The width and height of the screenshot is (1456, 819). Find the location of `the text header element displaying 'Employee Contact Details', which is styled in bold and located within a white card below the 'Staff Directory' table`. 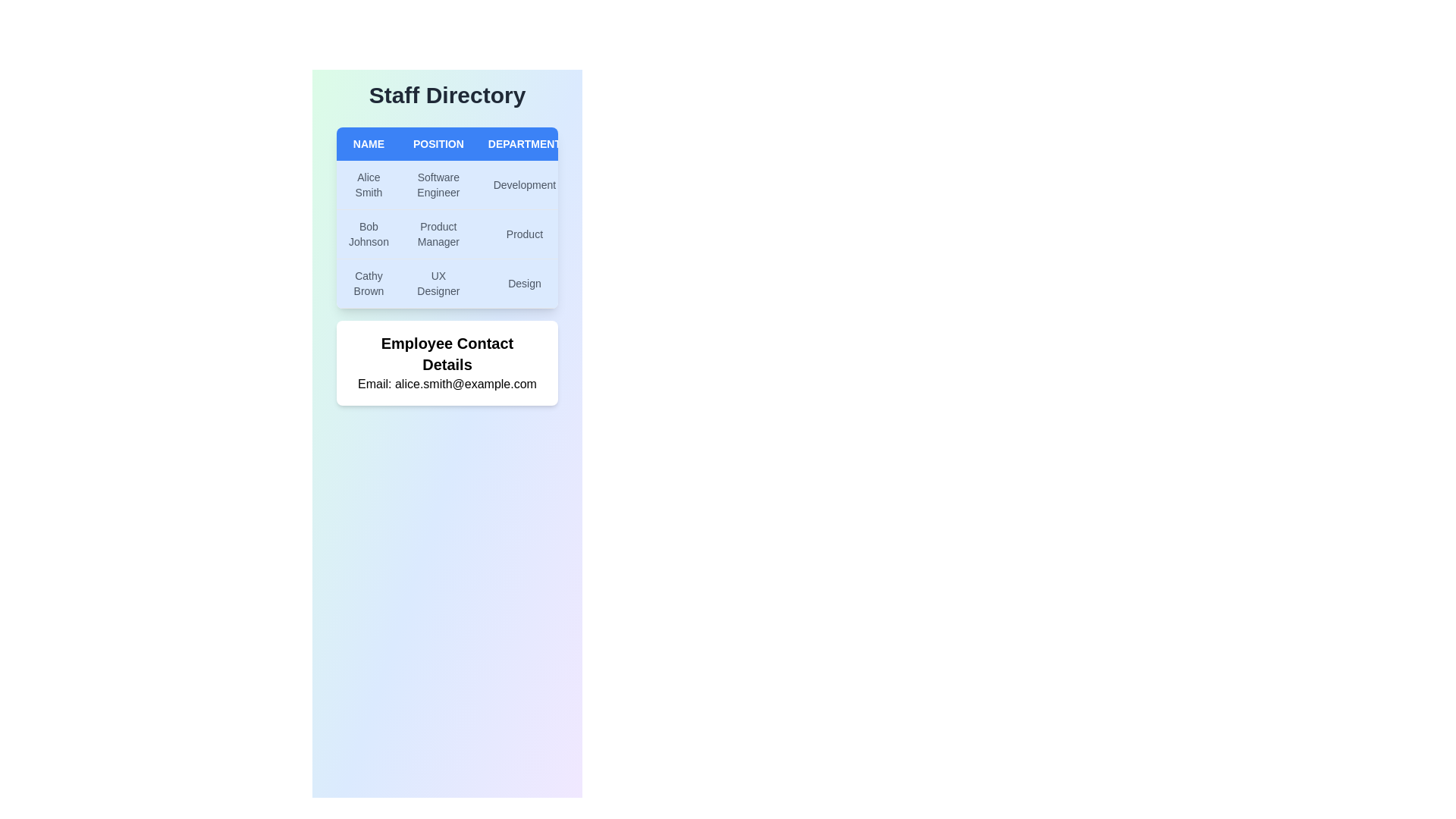

the text header element displaying 'Employee Contact Details', which is styled in bold and located within a white card below the 'Staff Directory' table is located at coordinates (447, 353).